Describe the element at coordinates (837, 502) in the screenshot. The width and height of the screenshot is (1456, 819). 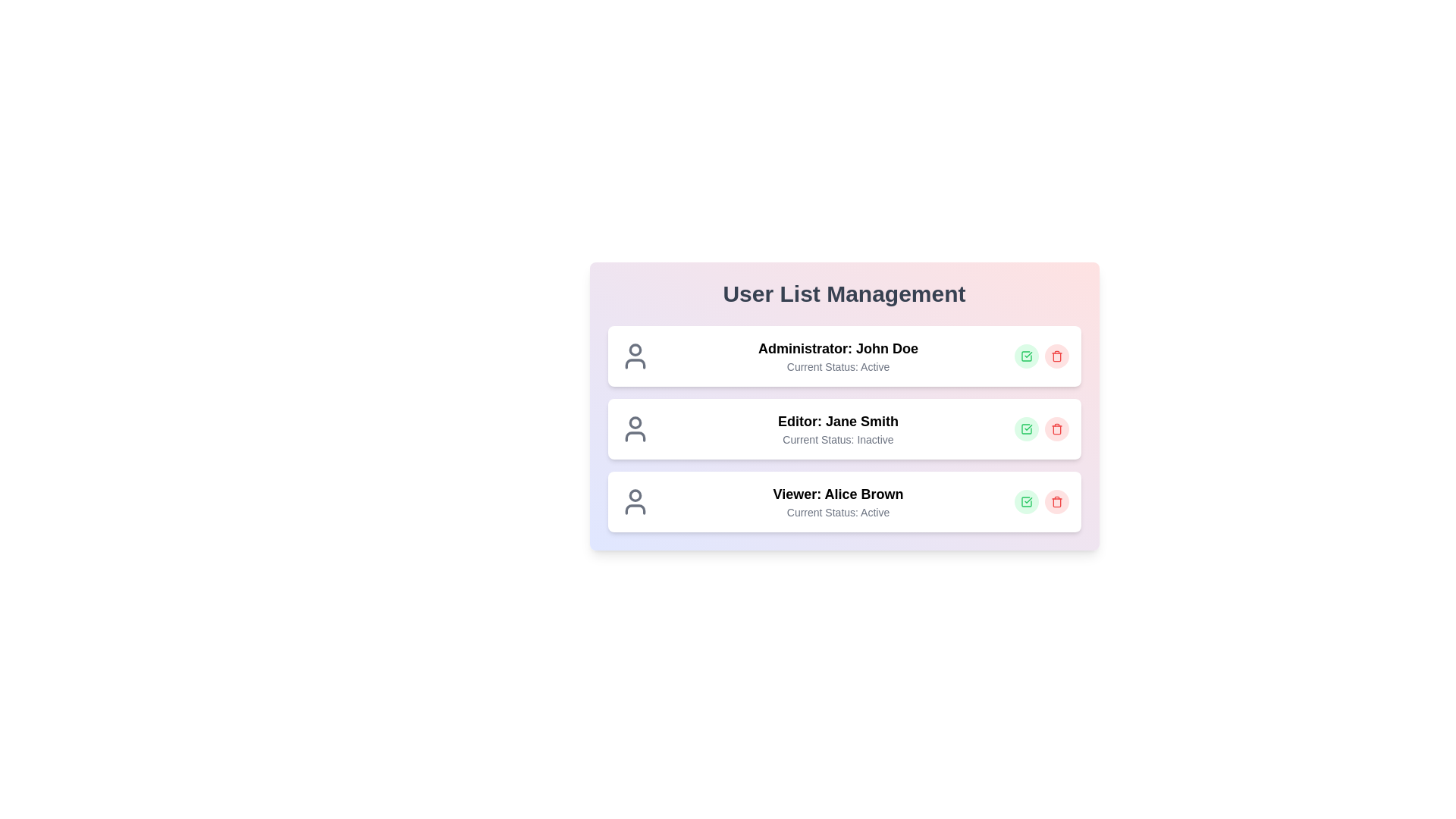
I see `text content of the user display area showing 'Viewer: Alice Brown' and their status 'Active', located in the third card of the 'User List Management' interface` at that location.